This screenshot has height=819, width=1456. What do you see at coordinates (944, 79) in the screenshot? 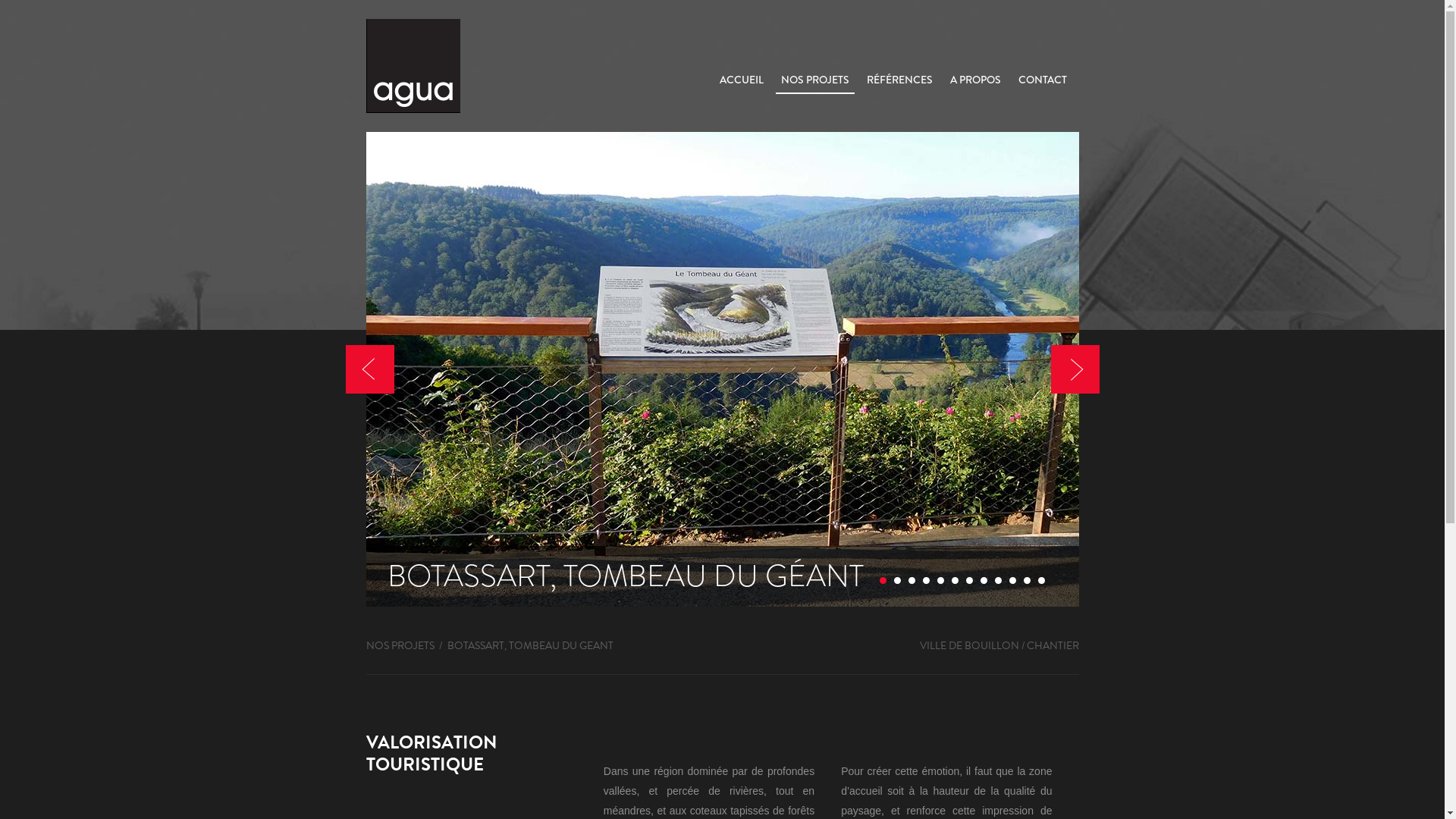
I see `'A PROPOS'` at bounding box center [944, 79].